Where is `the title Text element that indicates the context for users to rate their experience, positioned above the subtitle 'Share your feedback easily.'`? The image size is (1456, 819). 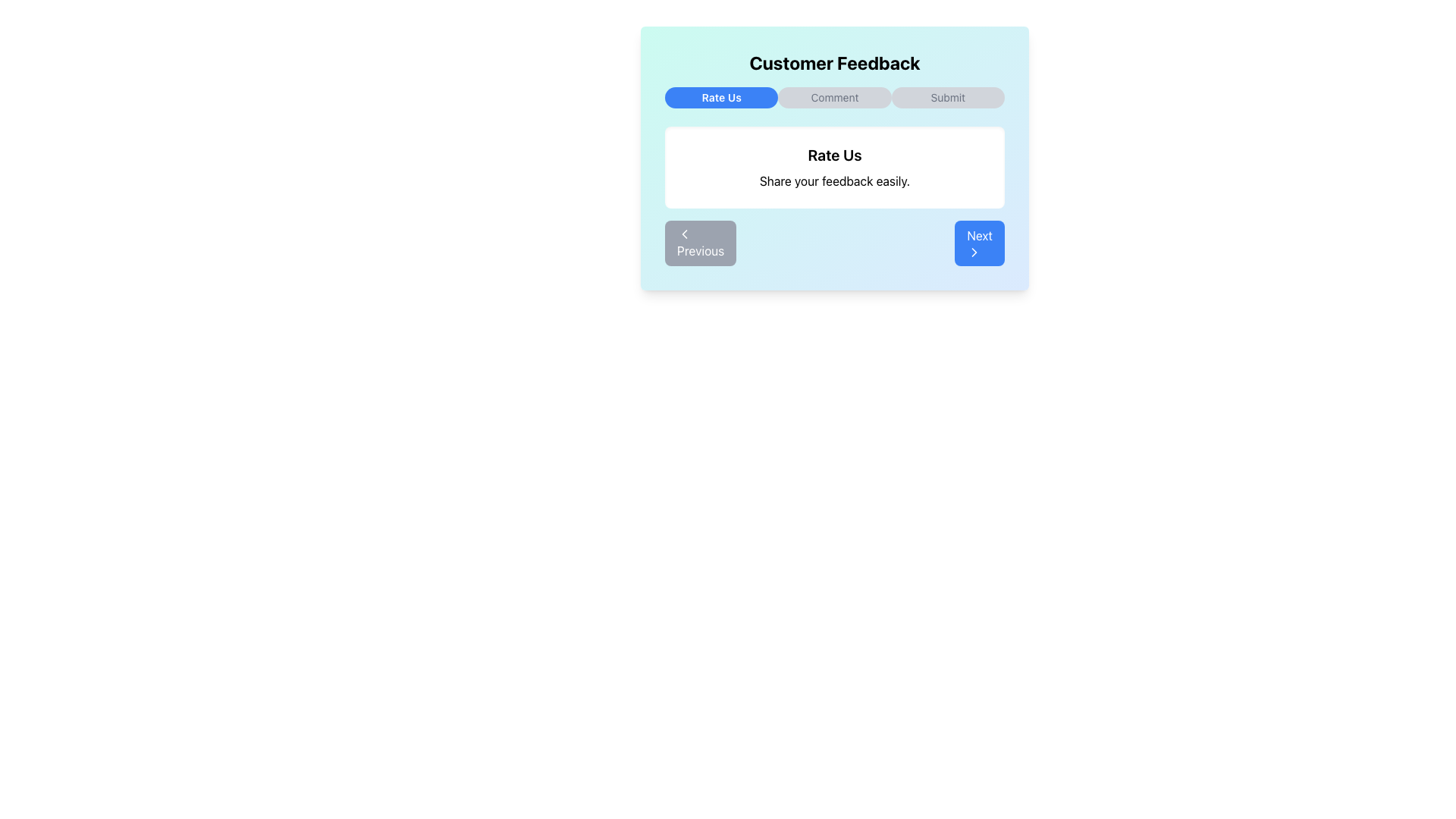 the title Text element that indicates the context for users to rate their experience, positioned above the subtitle 'Share your feedback easily.' is located at coordinates (833, 155).